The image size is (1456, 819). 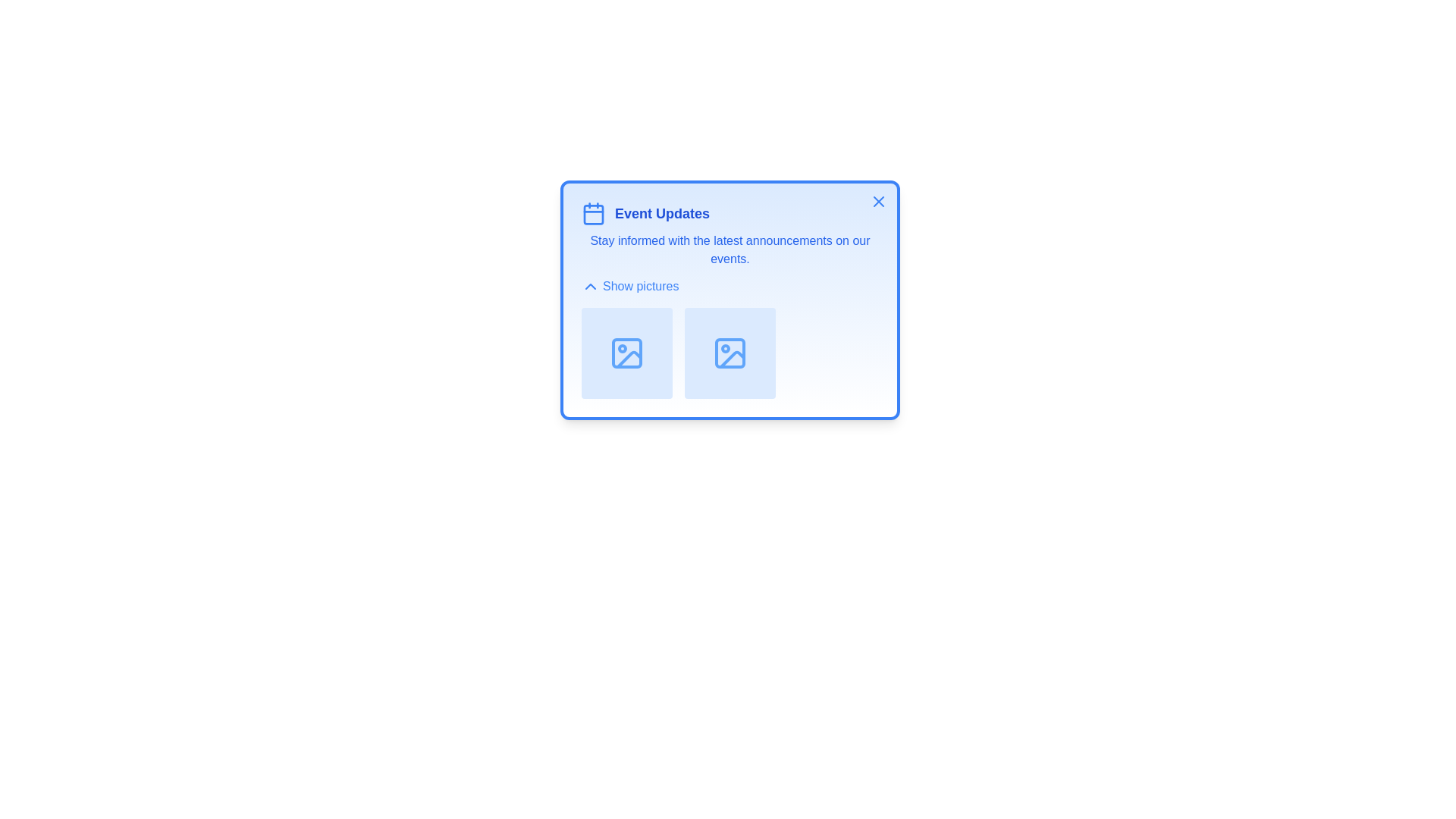 I want to click on the 'Show pictures' button to toggle the visibility of the pictures, so click(x=630, y=287).